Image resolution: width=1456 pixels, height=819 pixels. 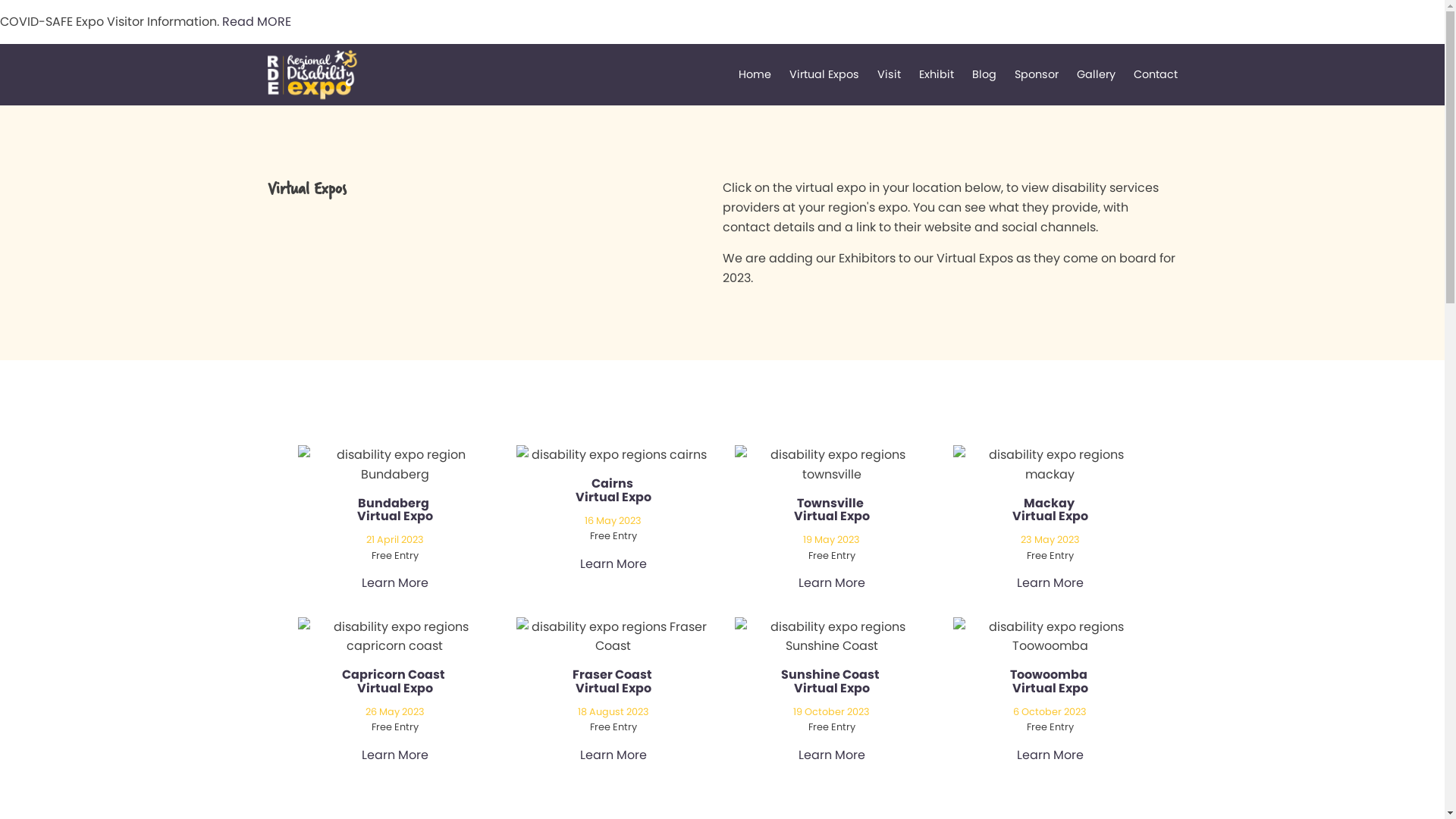 What do you see at coordinates (1153, 74) in the screenshot?
I see `'Contact'` at bounding box center [1153, 74].